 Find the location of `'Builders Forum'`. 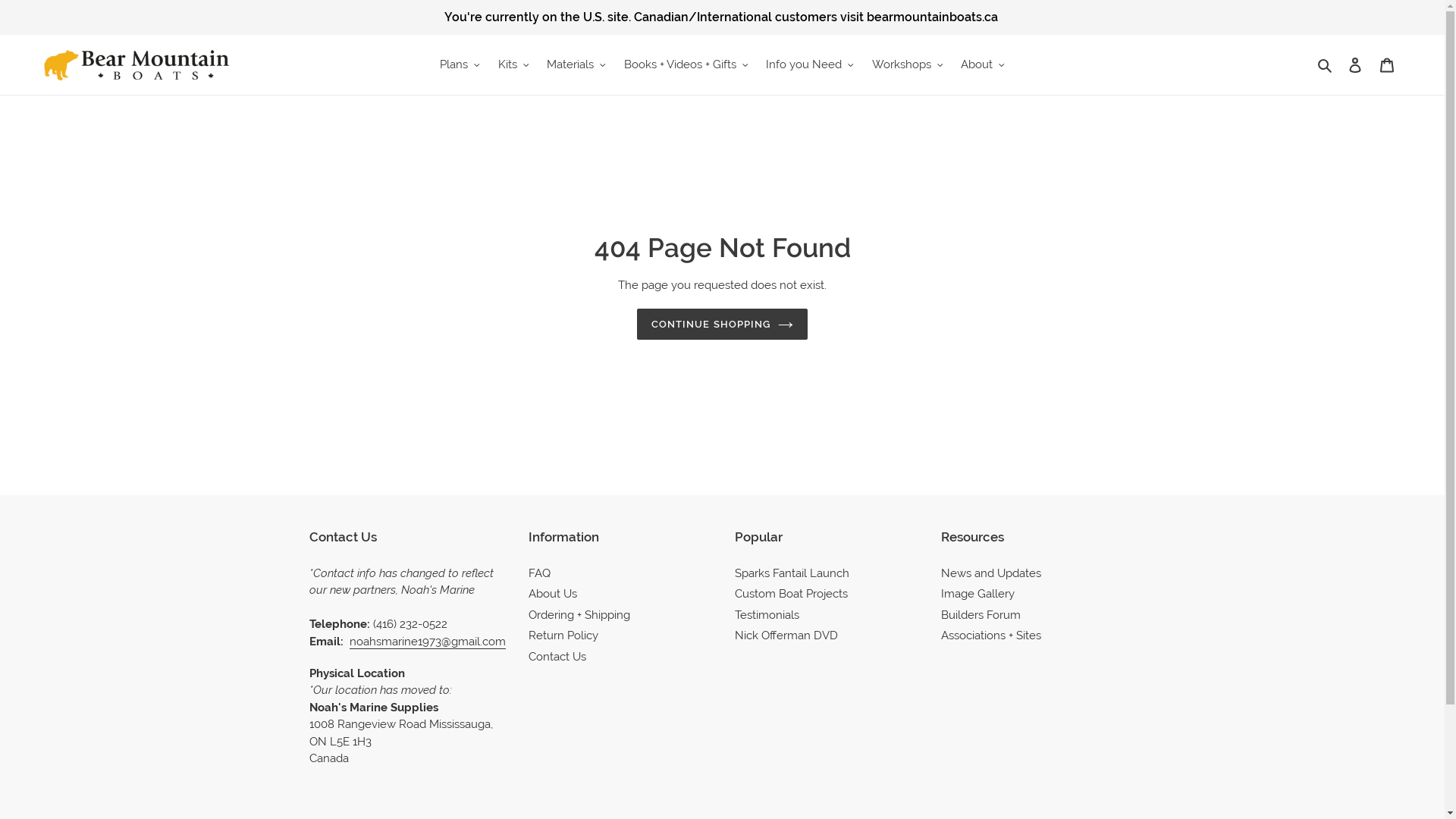

'Builders Forum' is located at coordinates (940, 614).